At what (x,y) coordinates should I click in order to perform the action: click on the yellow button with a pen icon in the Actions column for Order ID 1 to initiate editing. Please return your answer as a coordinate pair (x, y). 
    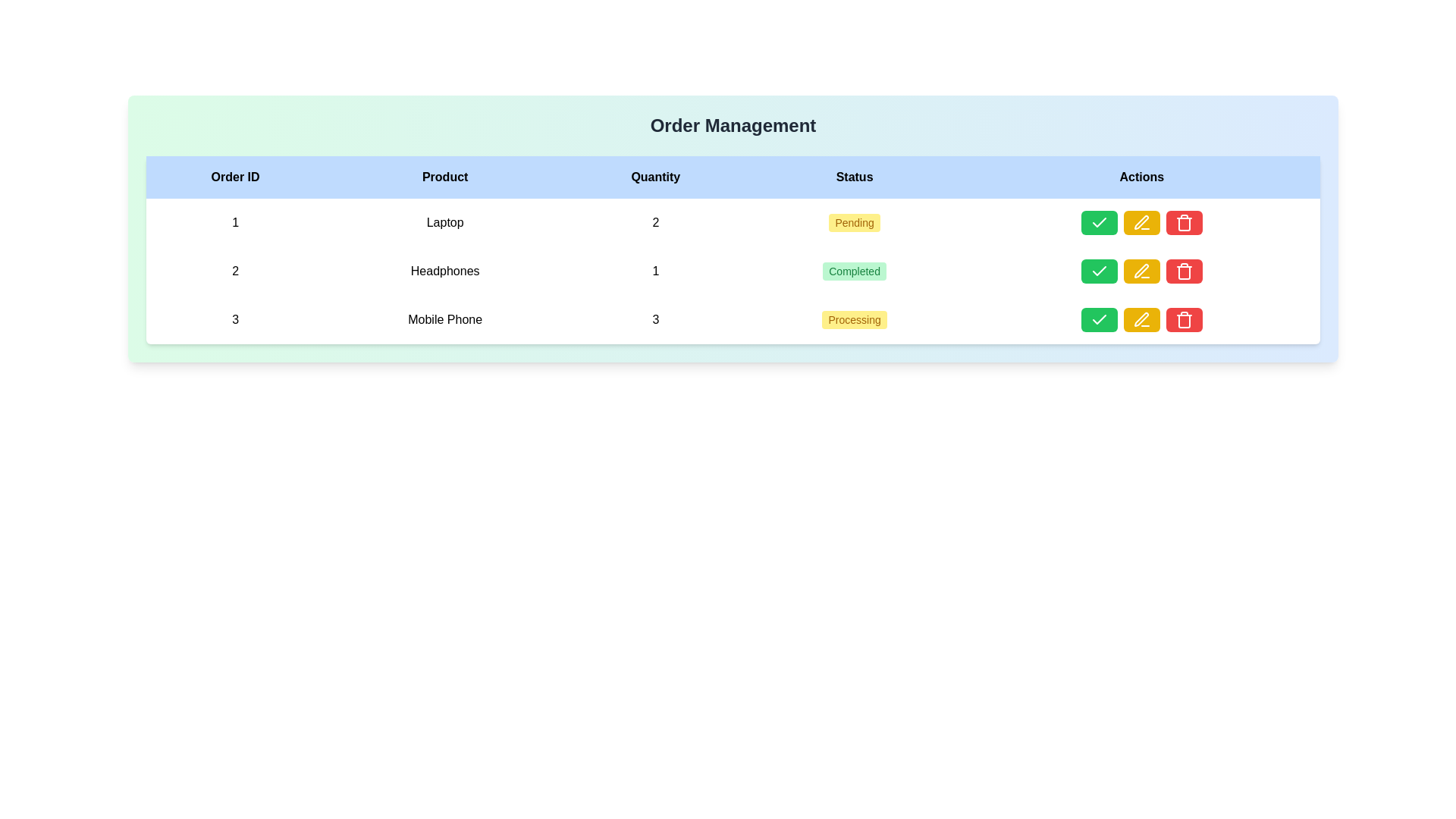
    Looking at the image, I should click on (1141, 222).